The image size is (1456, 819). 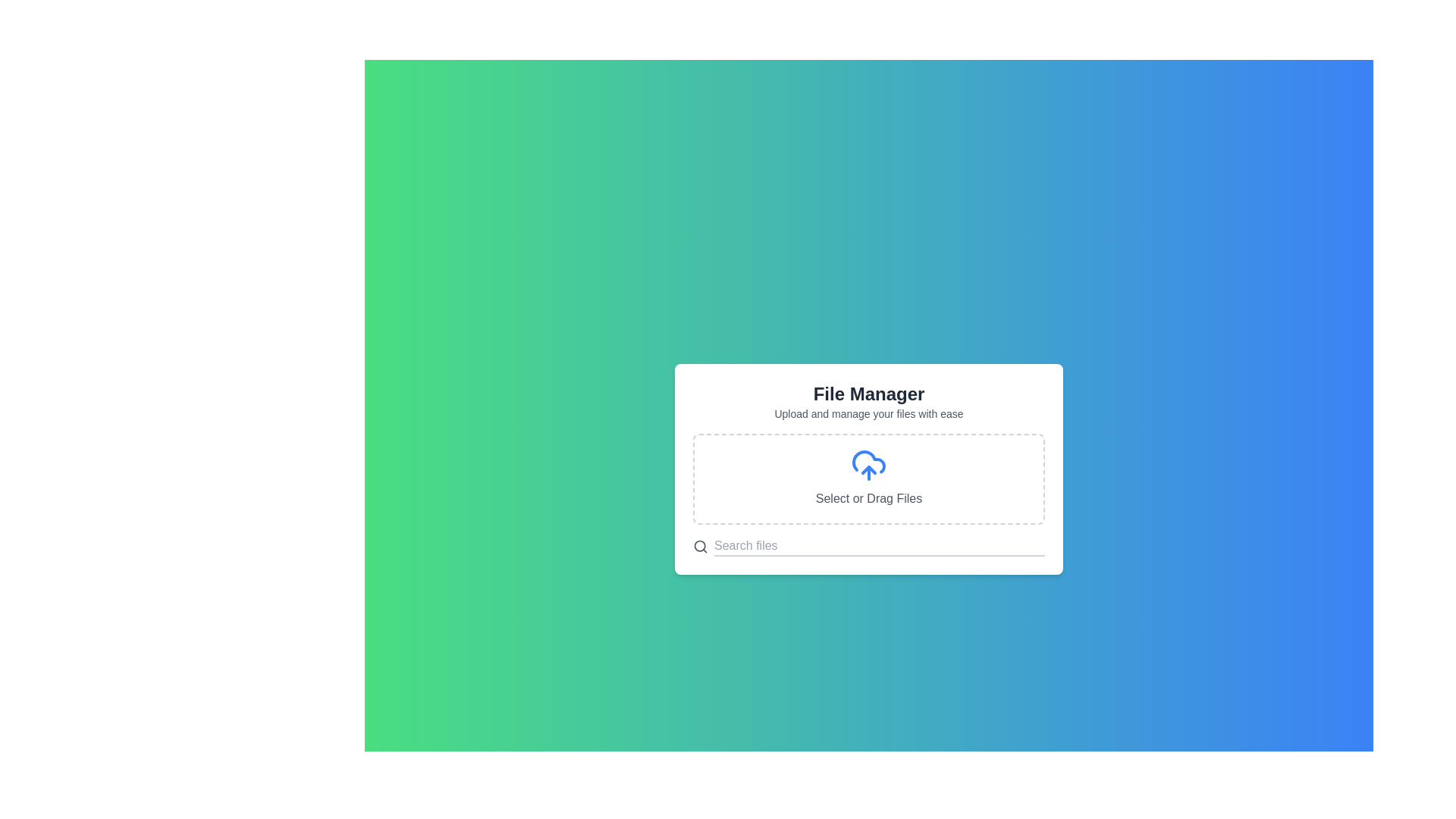 I want to click on files into the upload icon located in the 'Select or Drag Files' section, which is centered above the text 'Select or Drag Files', so click(x=869, y=464).